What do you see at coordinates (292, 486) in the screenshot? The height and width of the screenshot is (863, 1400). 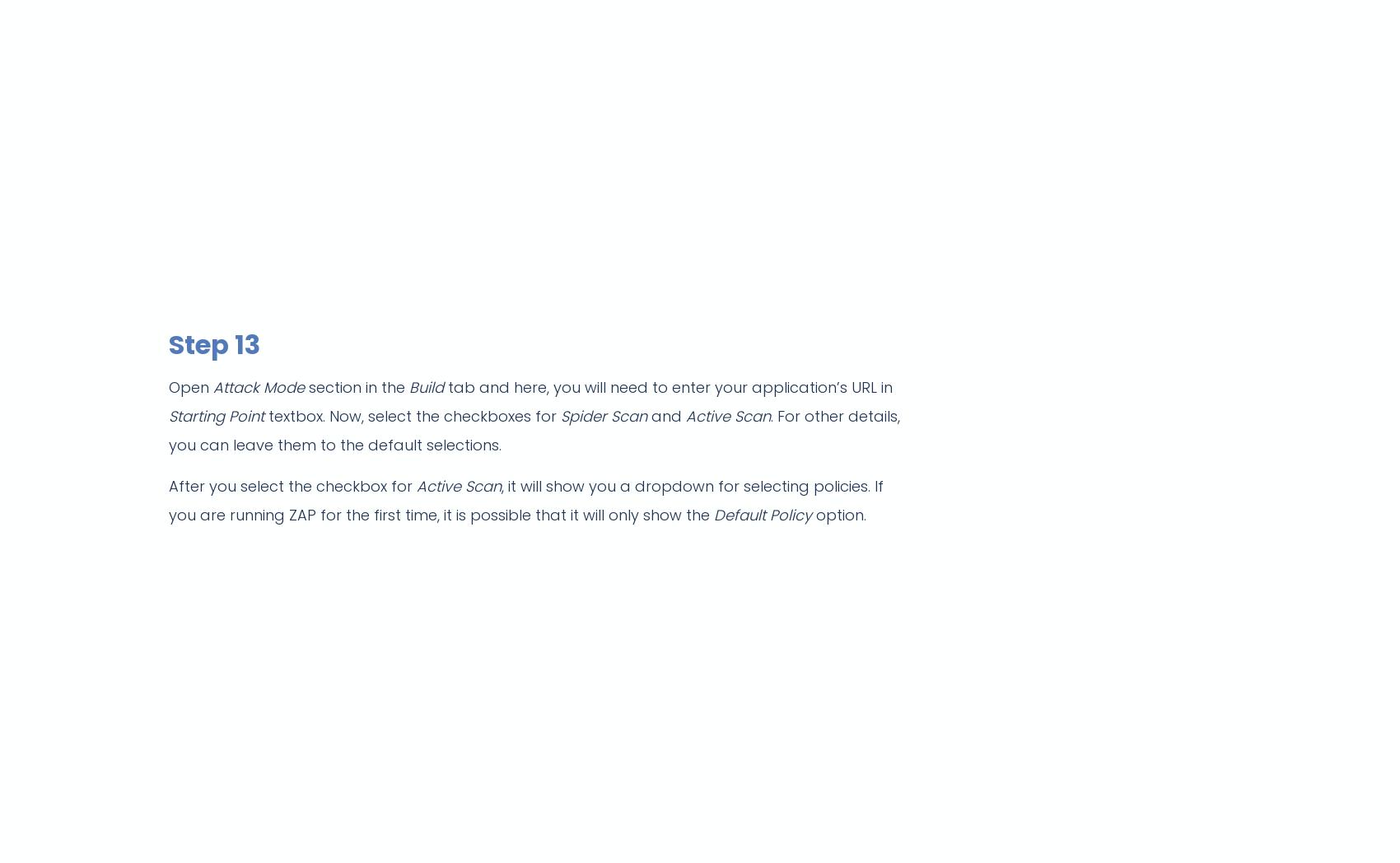 I see `'After you select the checkbox for'` at bounding box center [292, 486].